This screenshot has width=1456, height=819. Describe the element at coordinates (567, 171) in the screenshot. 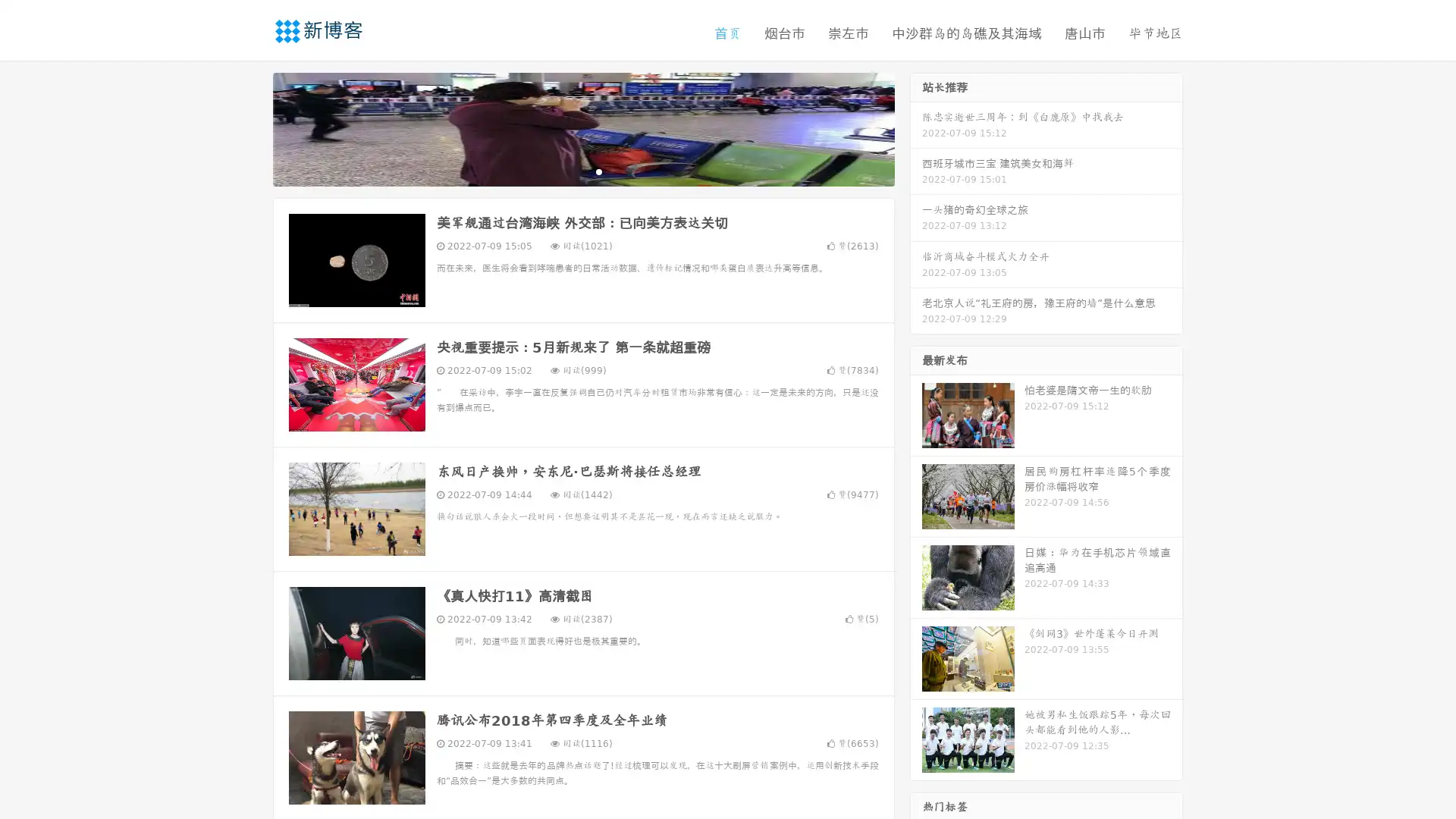

I see `Go to slide 1` at that location.